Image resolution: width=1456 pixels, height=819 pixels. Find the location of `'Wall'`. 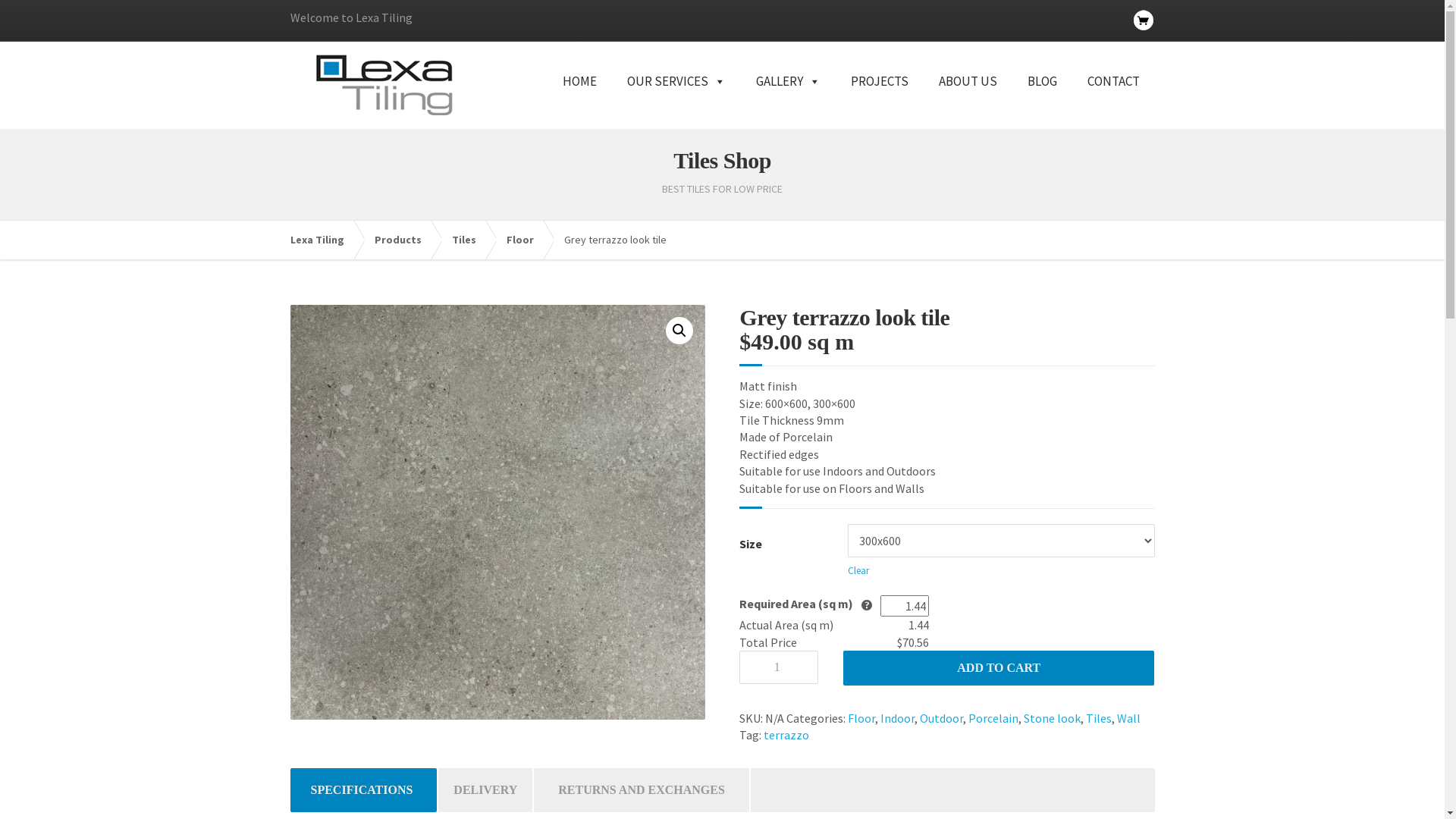

'Wall' is located at coordinates (1128, 717).